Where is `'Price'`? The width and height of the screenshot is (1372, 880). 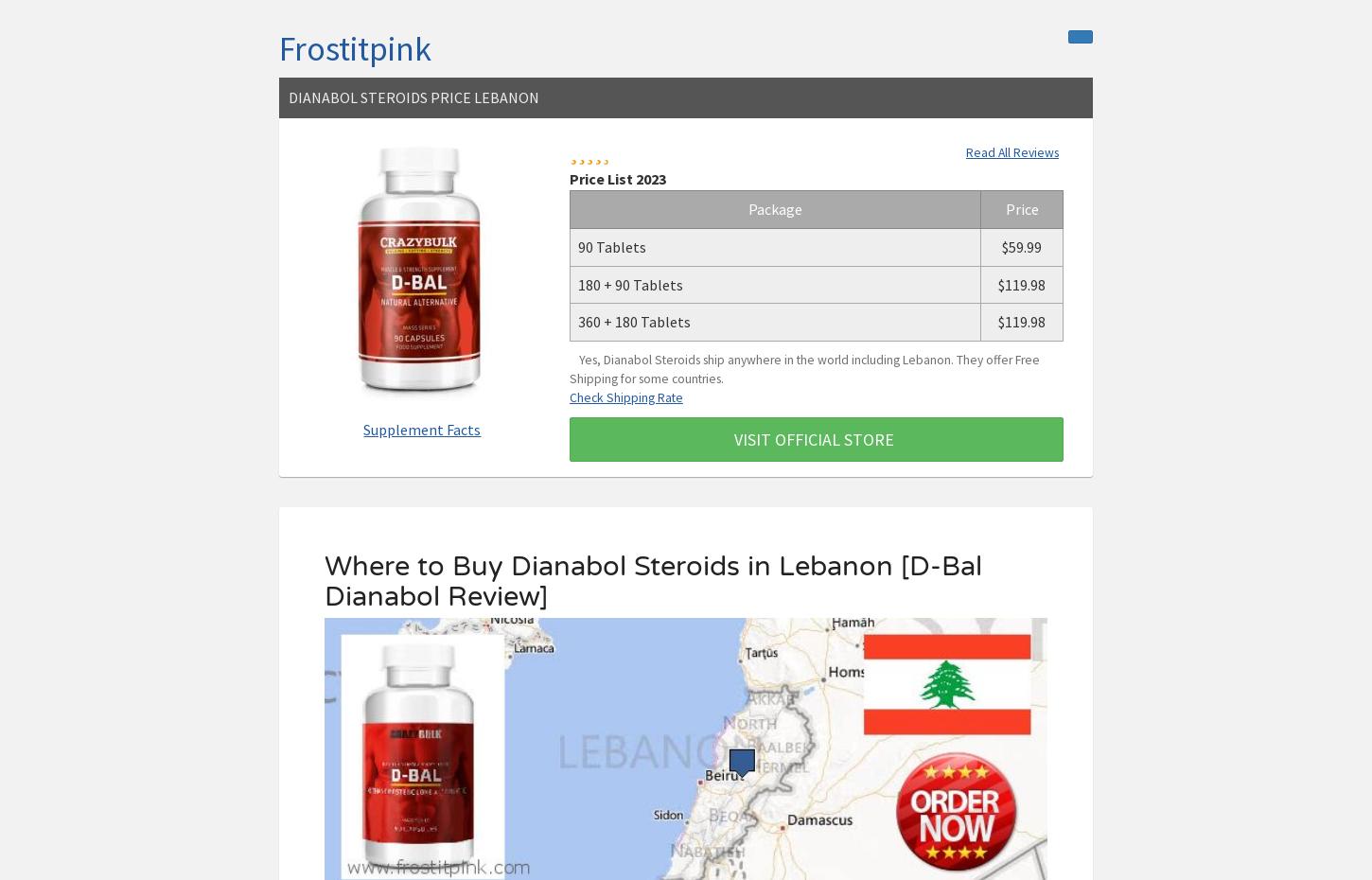
'Price' is located at coordinates (1021, 207).